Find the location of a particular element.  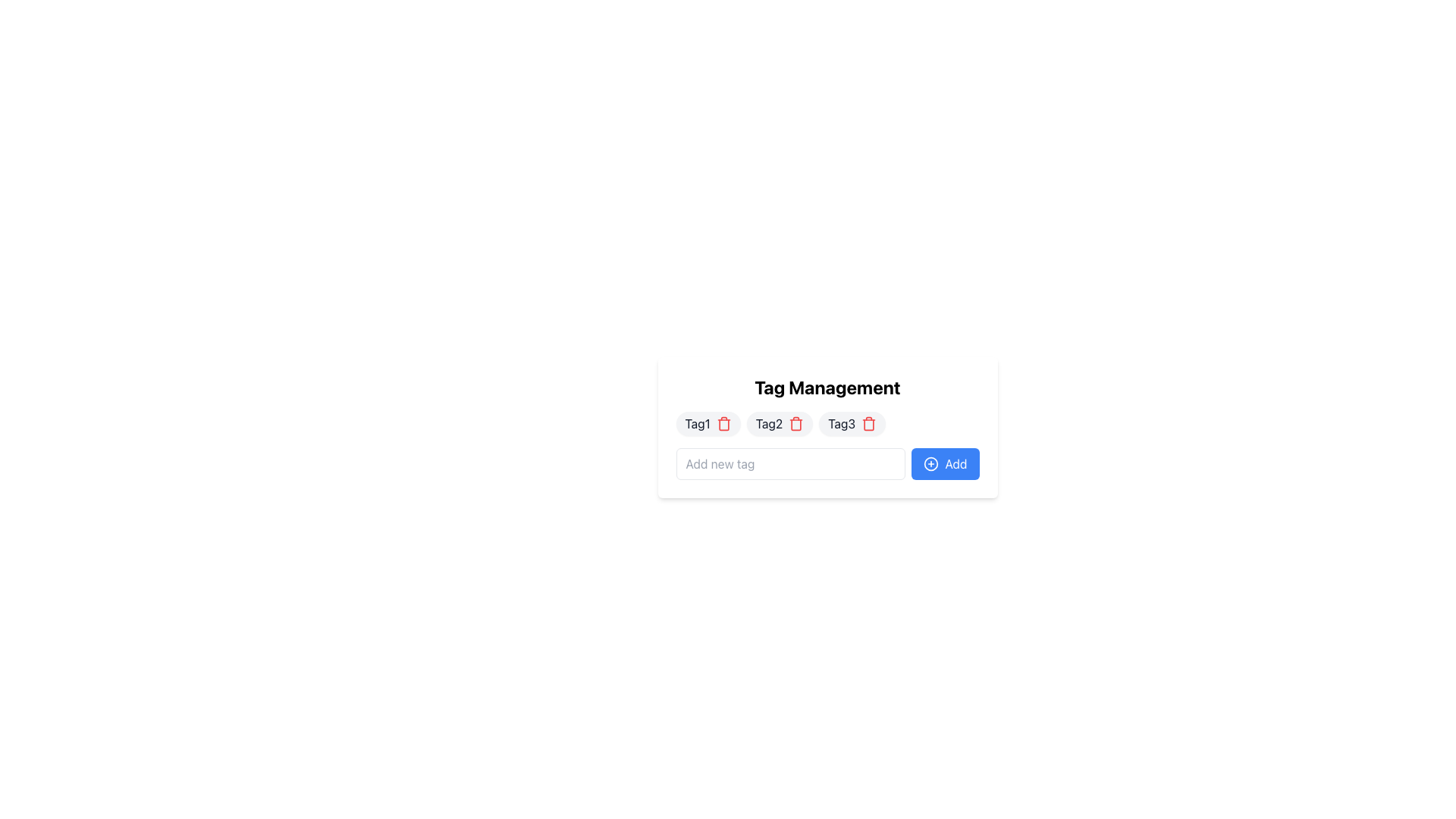

the decorative icon within the 'Add' button, positioned to the left of the 'Add' text label, located at the bottom-right corner of the tag management interface is located at coordinates (930, 463).